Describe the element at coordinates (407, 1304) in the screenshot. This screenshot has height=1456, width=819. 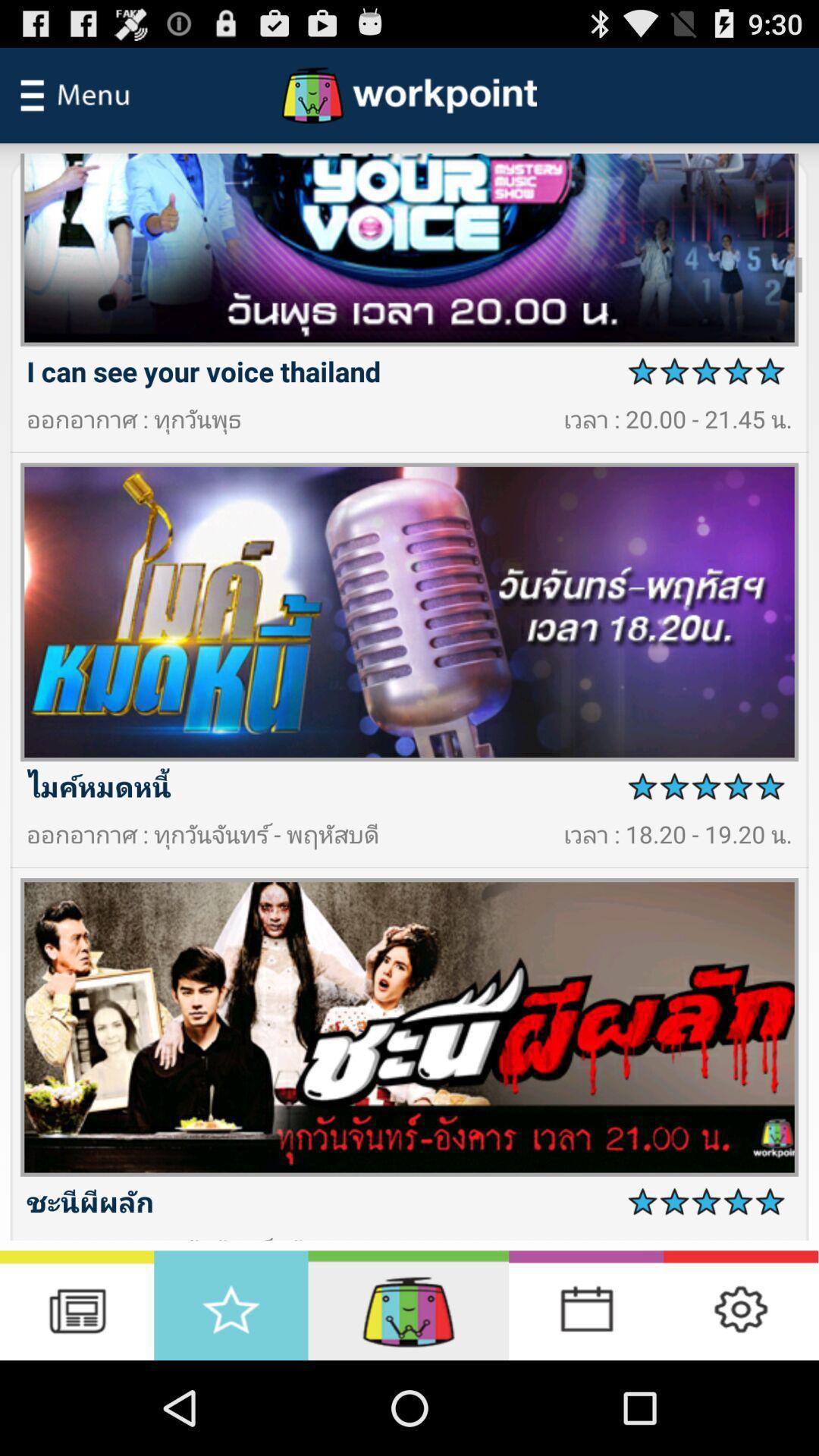
I see `open live stream menu` at that location.